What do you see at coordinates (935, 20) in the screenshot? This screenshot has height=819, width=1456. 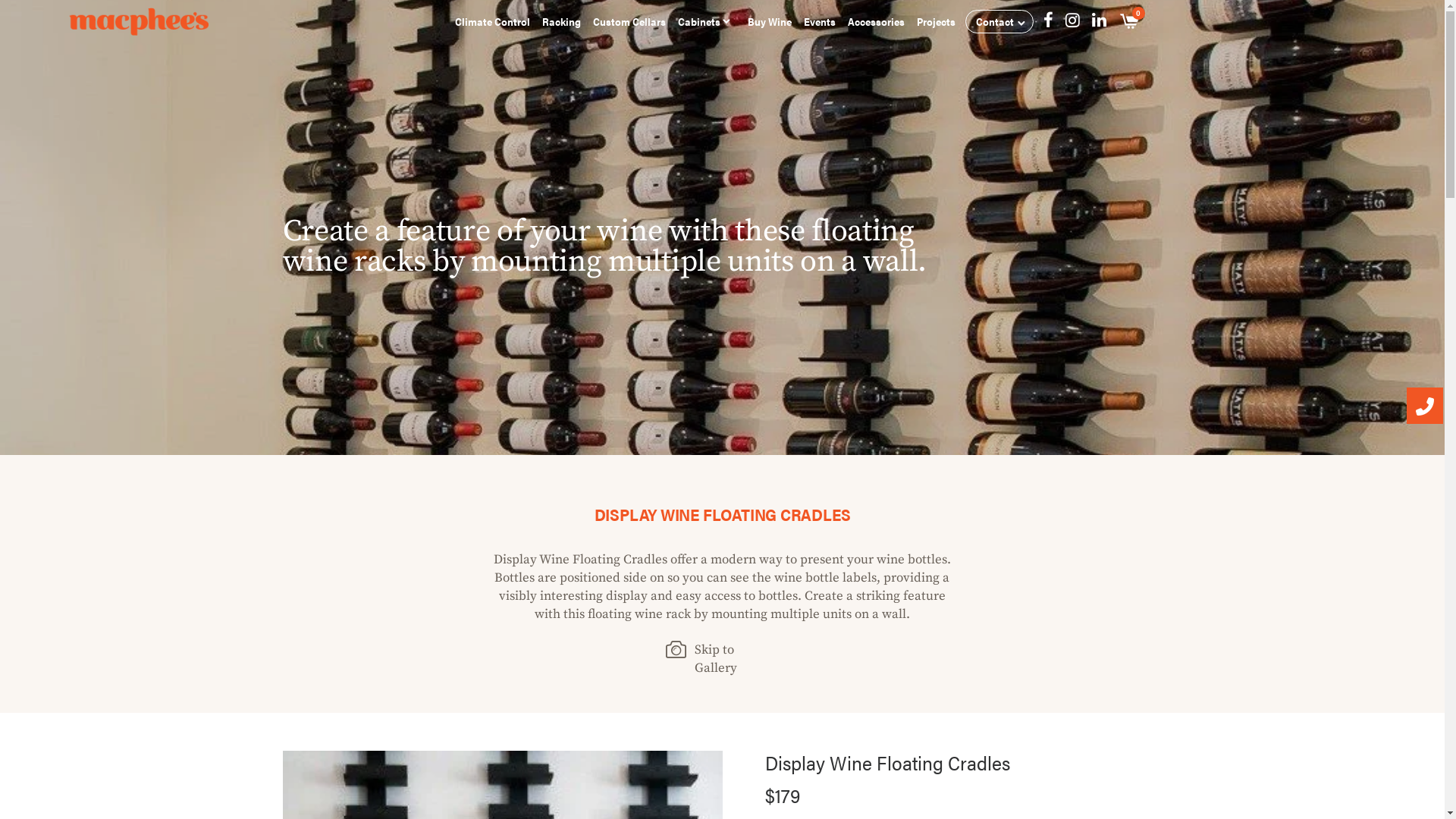 I see `'Projects'` at bounding box center [935, 20].